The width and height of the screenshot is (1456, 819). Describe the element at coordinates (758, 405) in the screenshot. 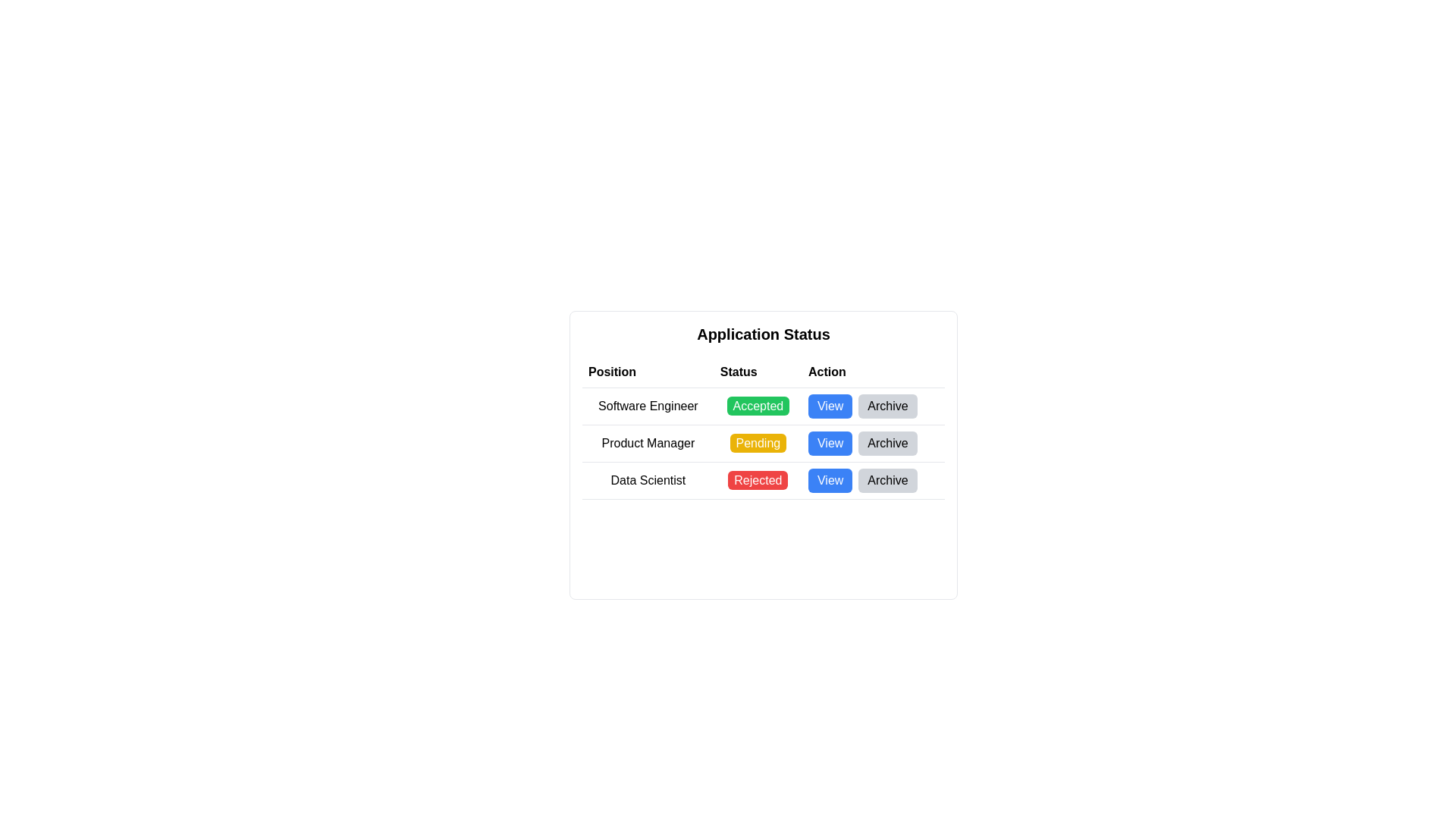

I see `the 'Accepted' badge with a green background in the 'Status' column of the 'Application Status' table for the 'Software Engineer' row` at that location.